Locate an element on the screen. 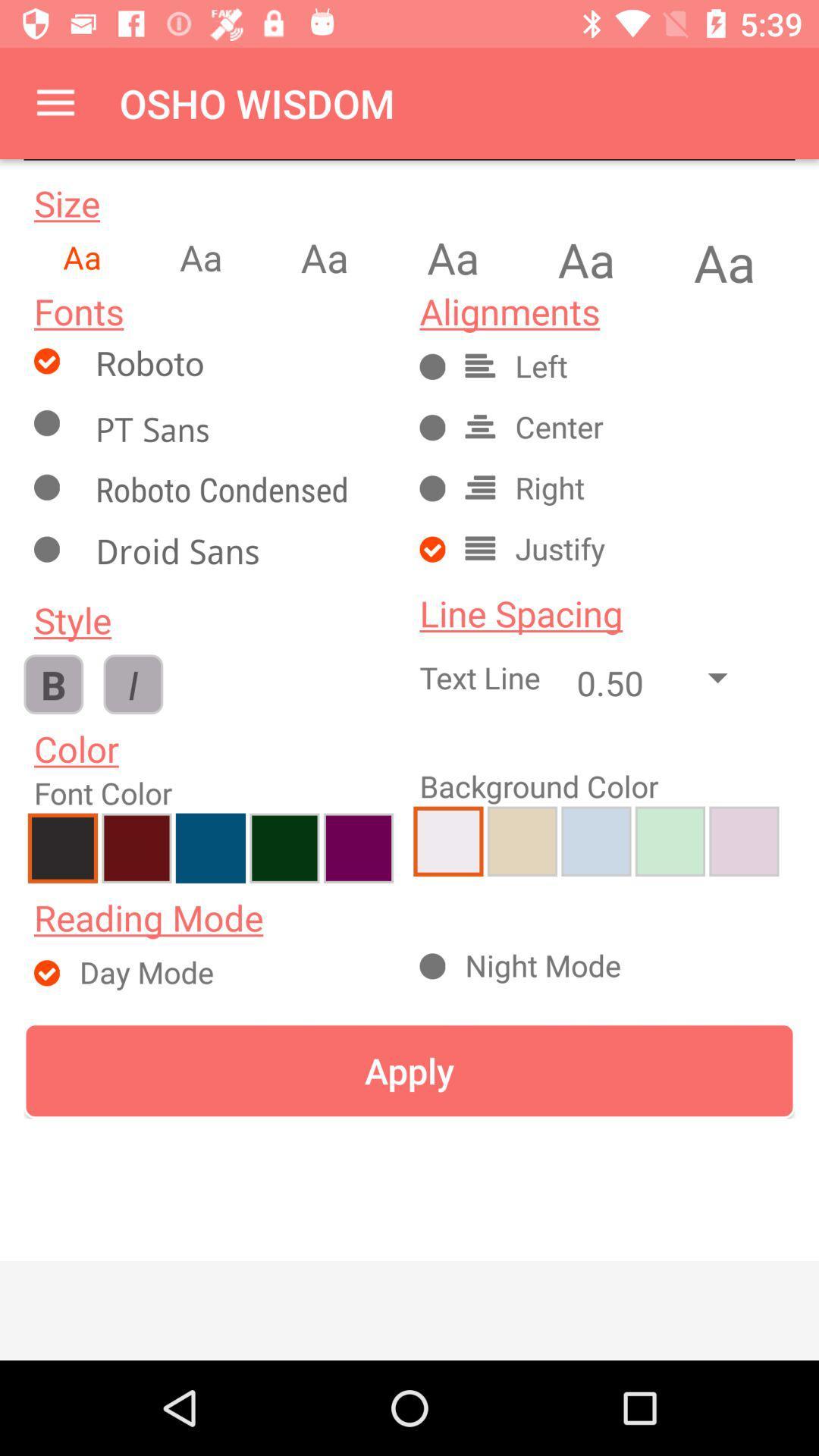 The width and height of the screenshot is (819, 1456). make background color yellow is located at coordinates (521, 840).